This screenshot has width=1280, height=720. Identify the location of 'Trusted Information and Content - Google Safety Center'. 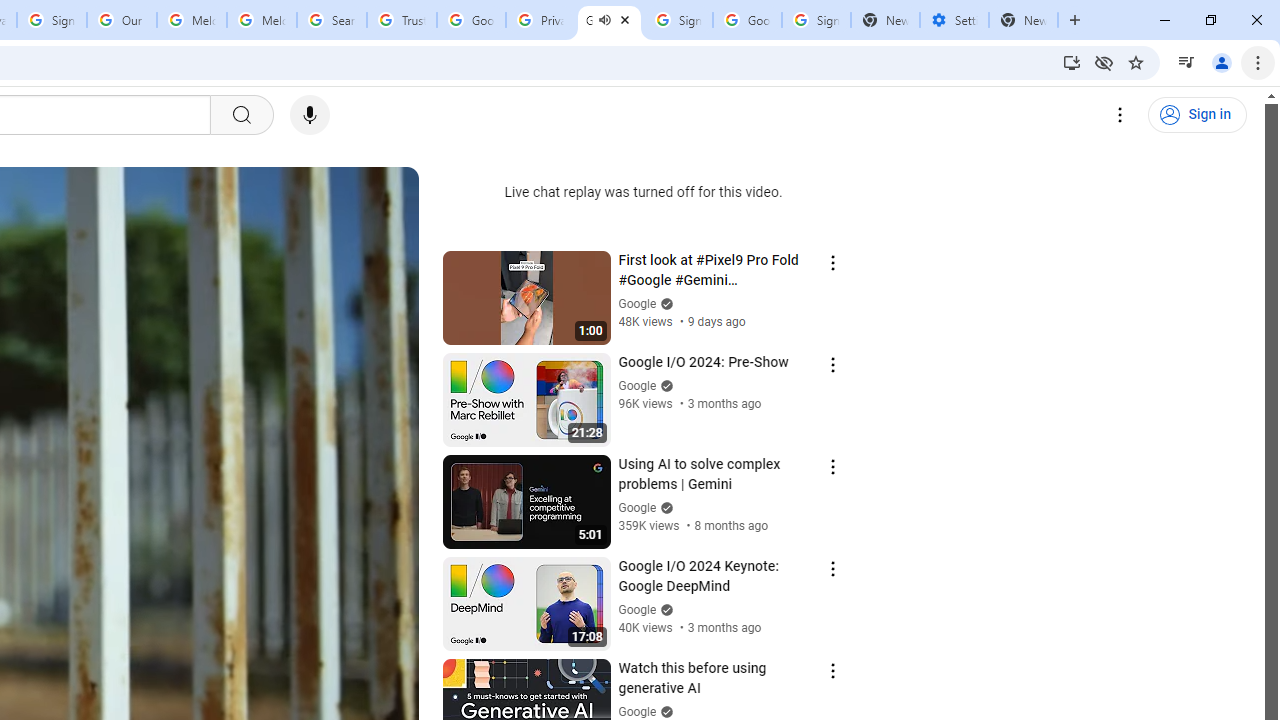
(400, 20).